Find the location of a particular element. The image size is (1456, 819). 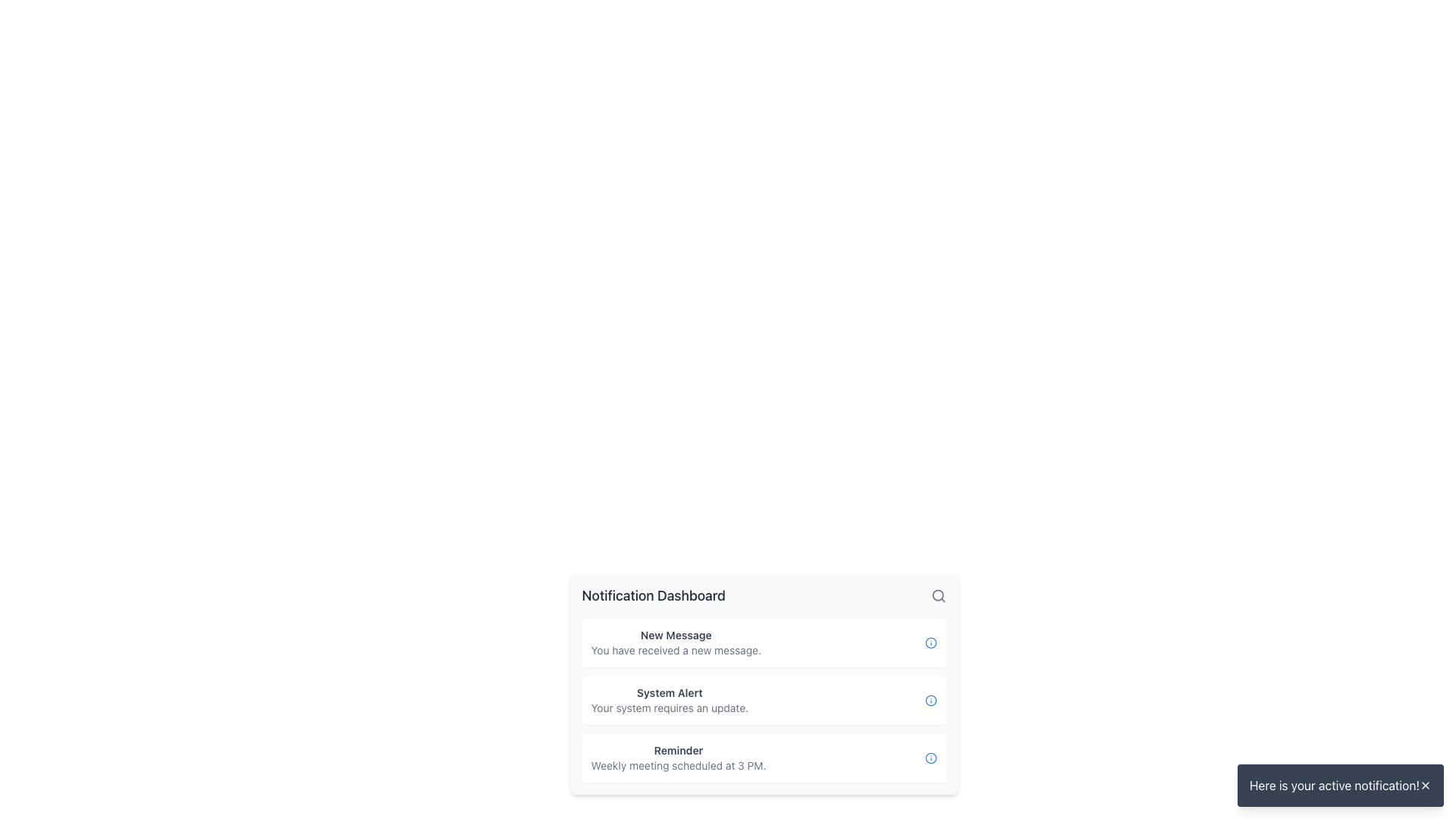

the static notification text element located towards the bottom-right of the interface, which provides relevant information or updates is located at coordinates (1333, 785).